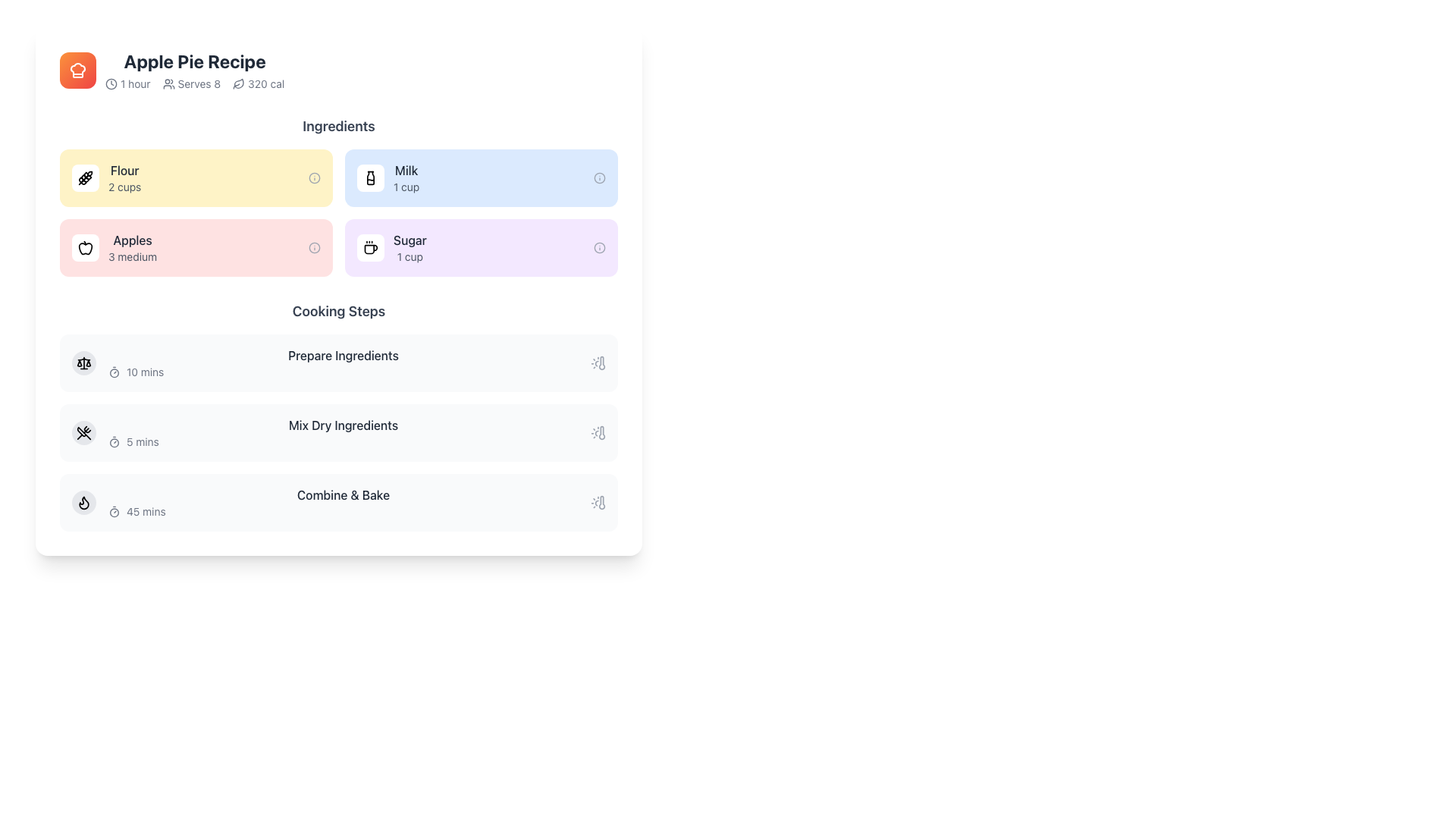  What do you see at coordinates (337, 311) in the screenshot?
I see `text 'Cooking Steps' from the section header displayed in bold and dark gray font, centrally located below the 'Ingredients' section` at bounding box center [337, 311].